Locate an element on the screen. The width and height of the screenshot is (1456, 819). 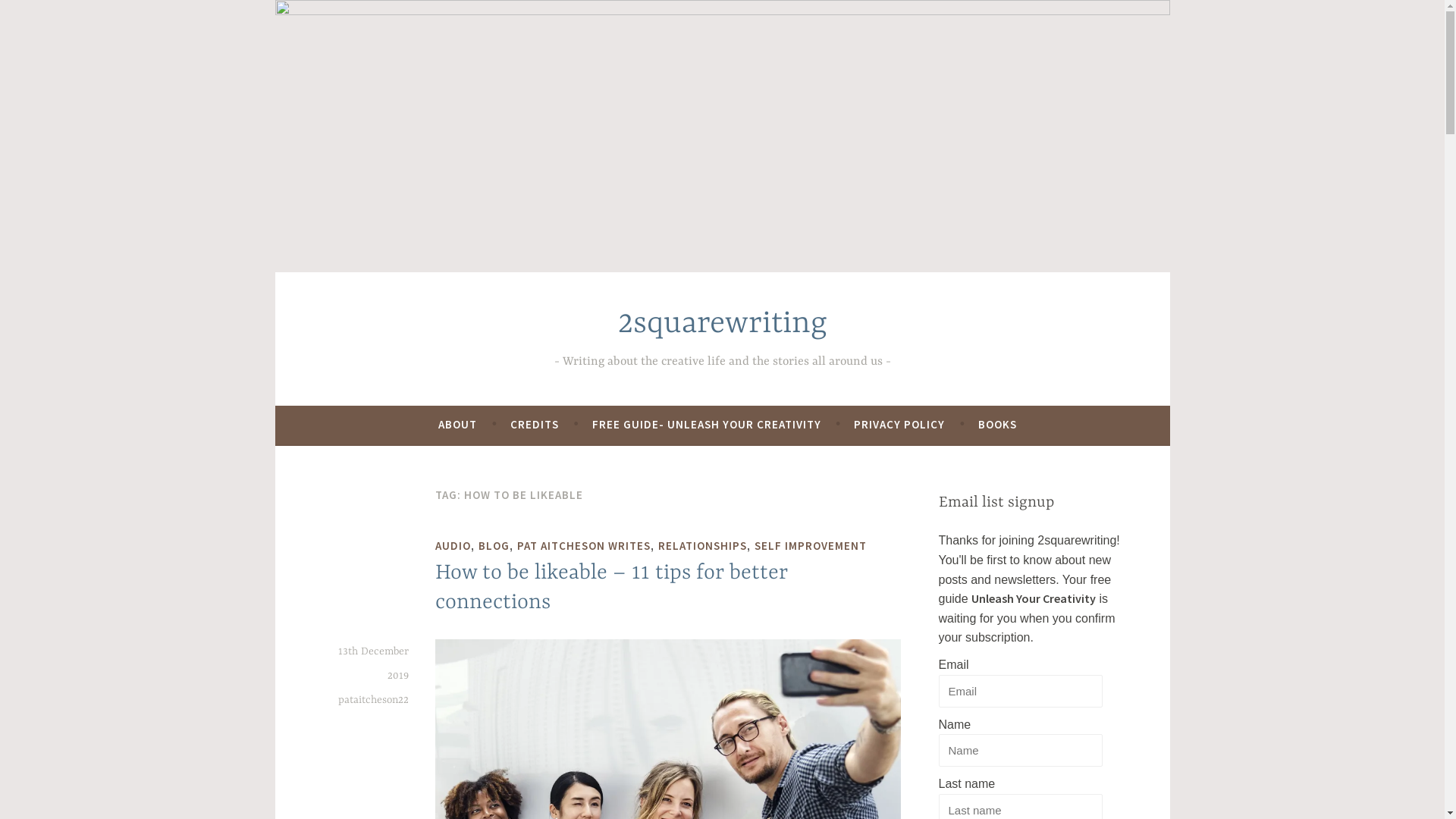
'CREDITS' is located at coordinates (510, 424).